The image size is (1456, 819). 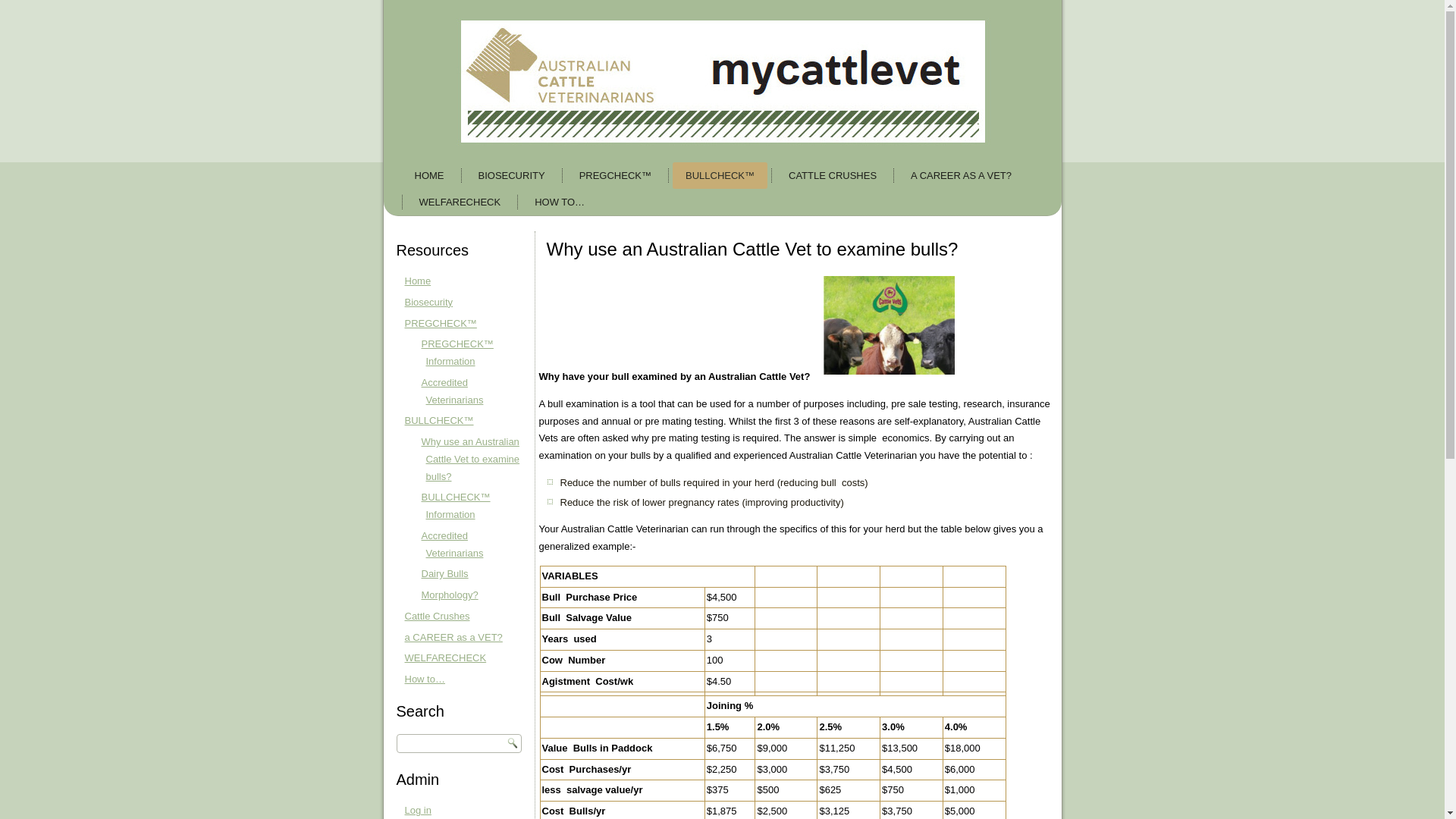 What do you see at coordinates (422, 458) in the screenshot?
I see `'Why use an Australian Cattle Vet to examine bulls?'` at bounding box center [422, 458].